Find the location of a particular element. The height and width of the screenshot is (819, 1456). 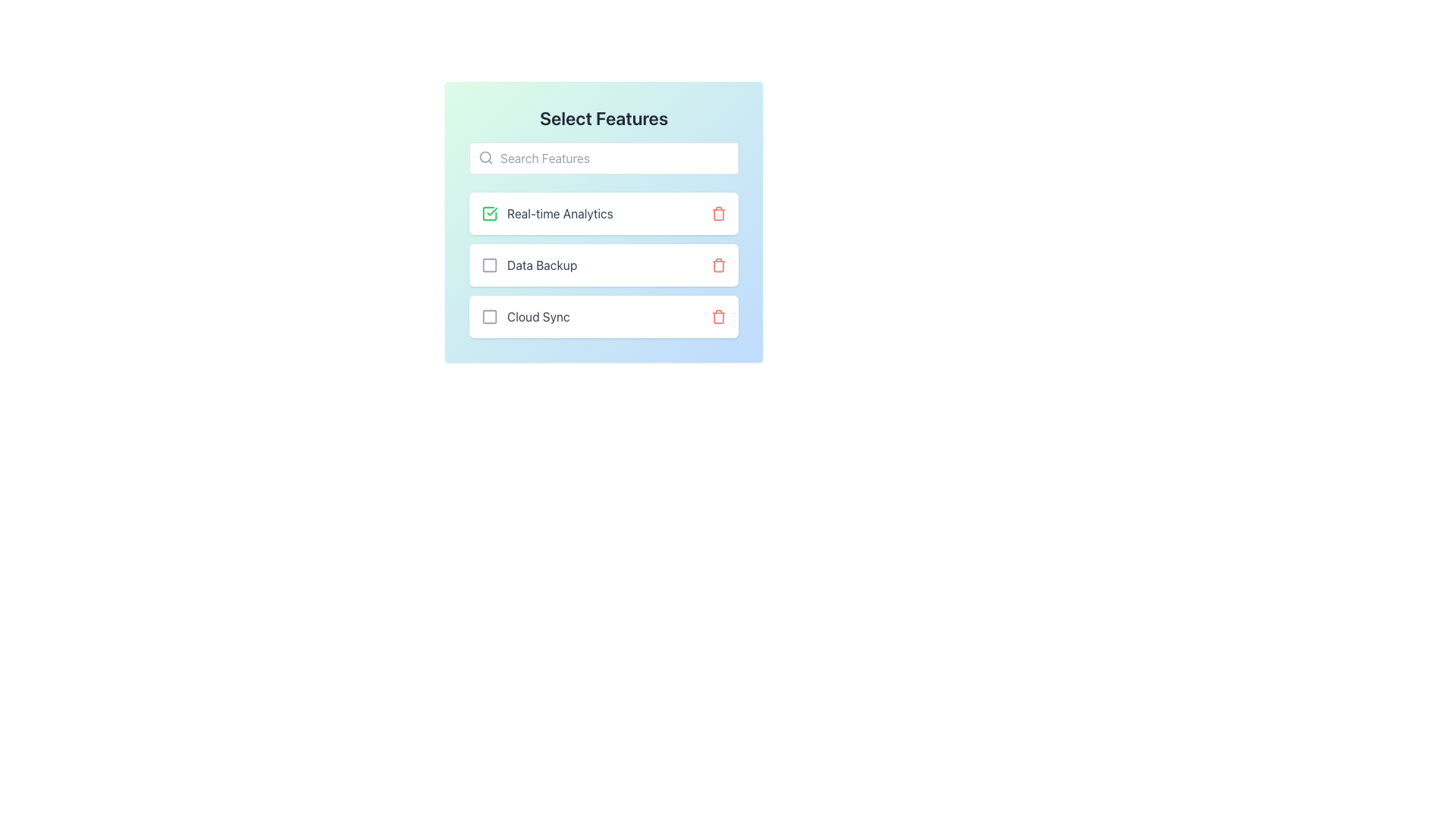

the trash bin icon, styled in red, located adjacent to the 'Real-time Analytics' text is located at coordinates (718, 213).